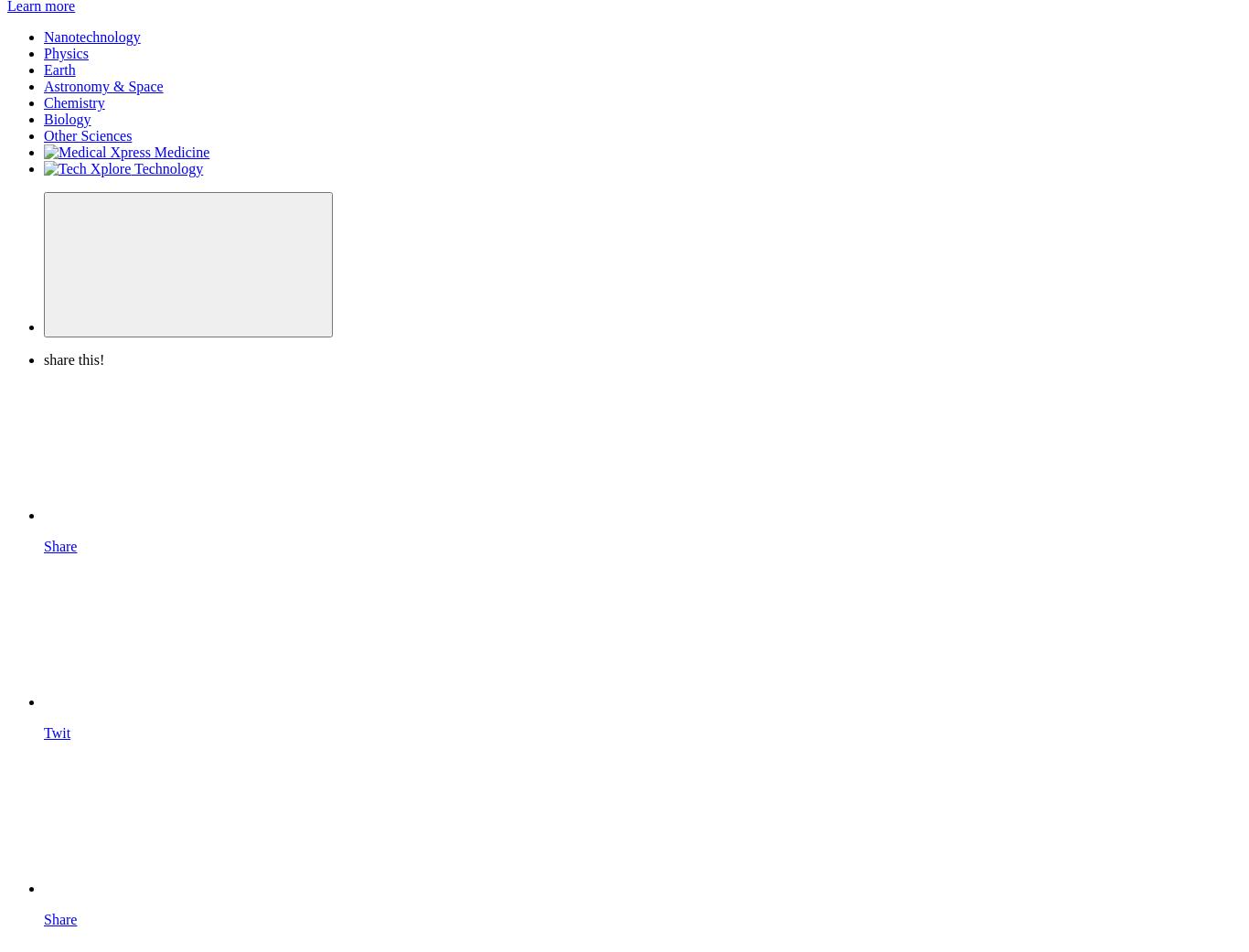 The height and width of the screenshot is (952, 1249). Describe the element at coordinates (67, 119) in the screenshot. I see `'Biology'` at that location.